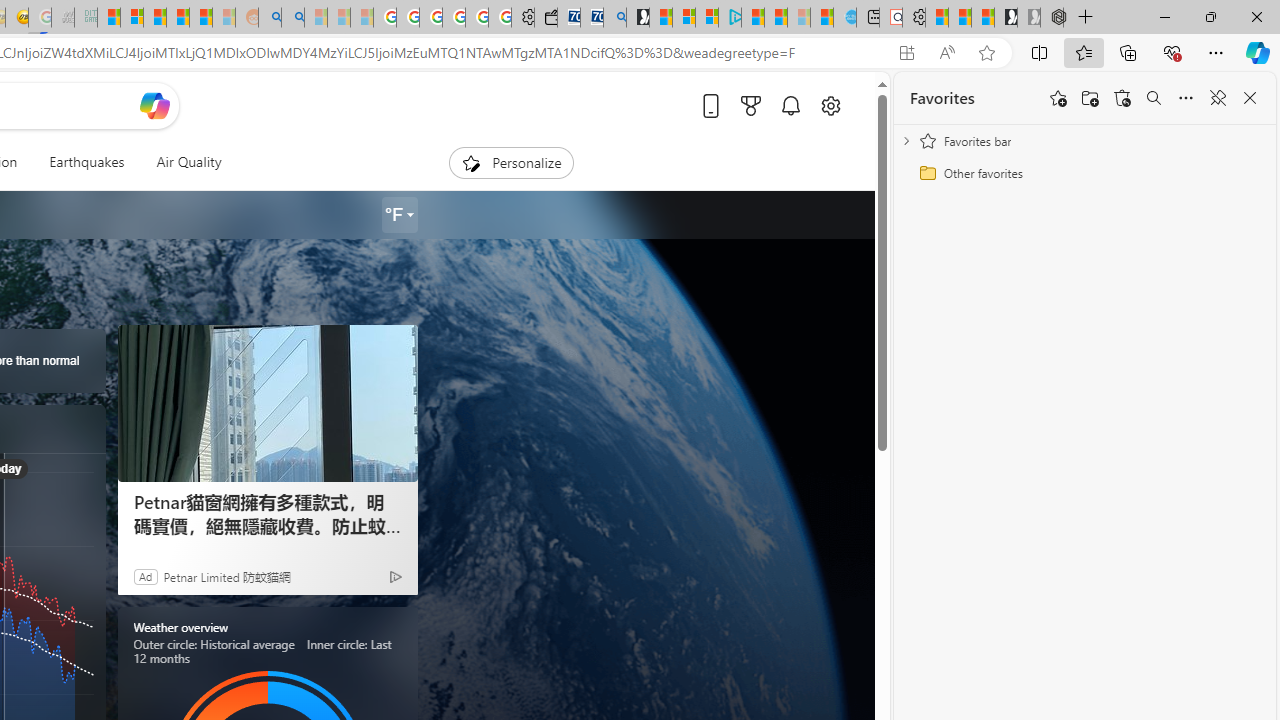 The height and width of the screenshot is (720, 1280). I want to click on 'Search favorites', so click(1153, 98).